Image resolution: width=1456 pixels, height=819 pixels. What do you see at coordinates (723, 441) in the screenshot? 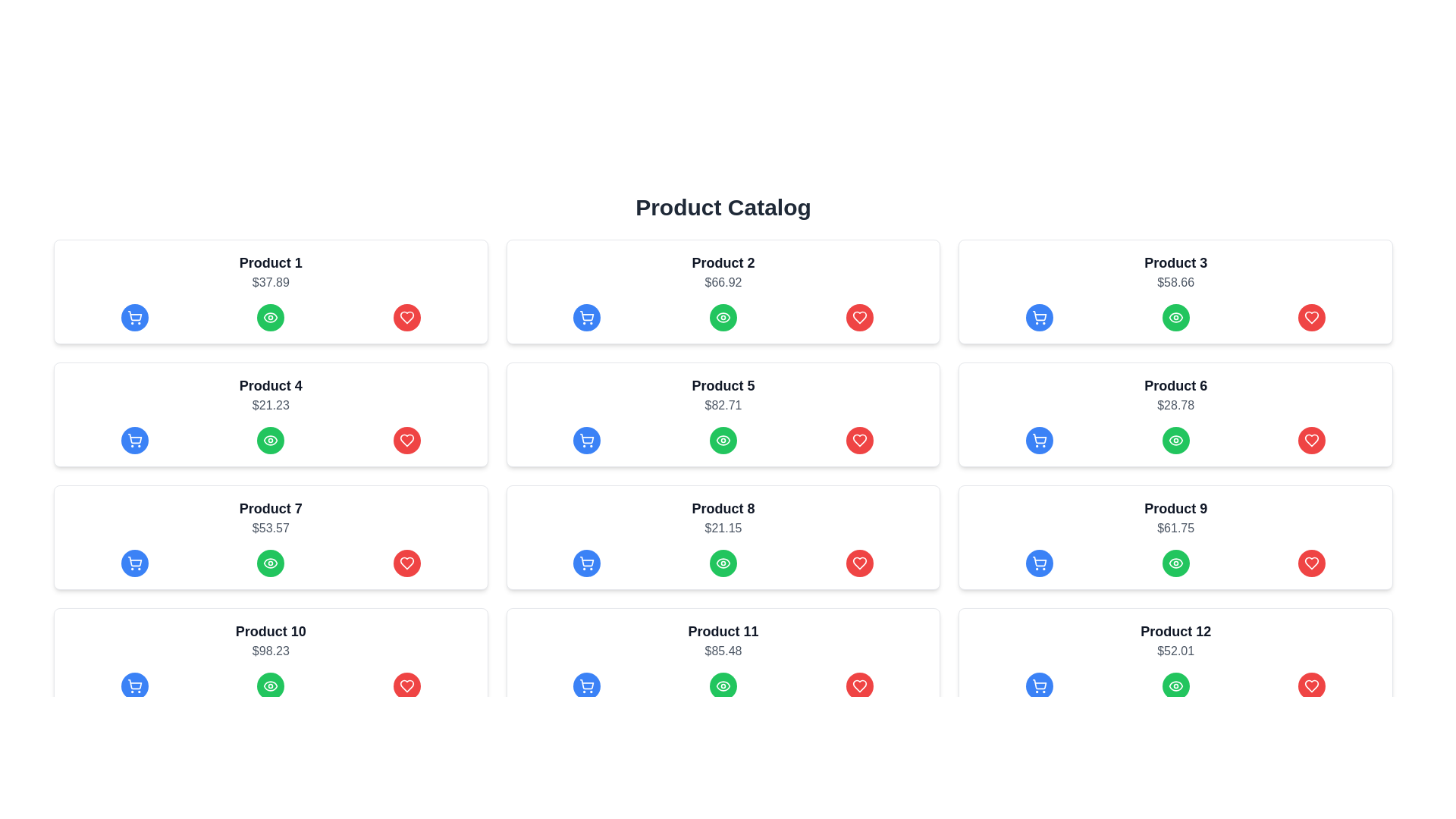
I see `the green eye icon indicating visibility functionality in the middle of the 'Product 5' card located in the third cell of the second row` at bounding box center [723, 441].